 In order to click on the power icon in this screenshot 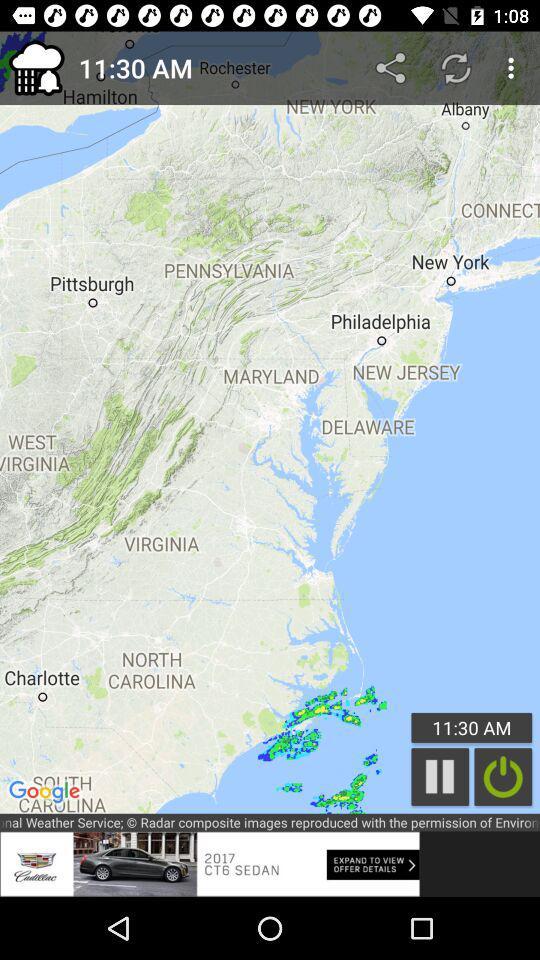, I will do `click(502, 776)`.